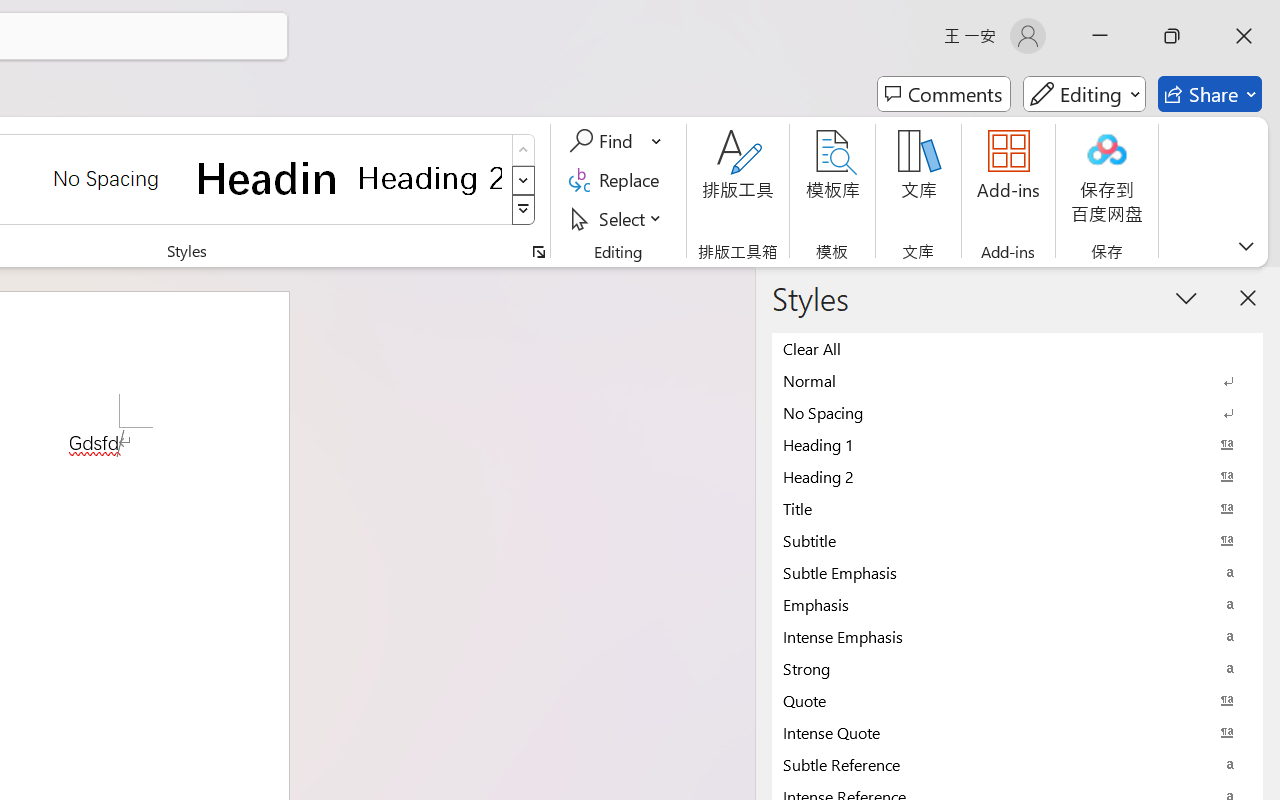 Image resolution: width=1280 pixels, height=800 pixels. I want to click on 'Row up', so click(523, 150).